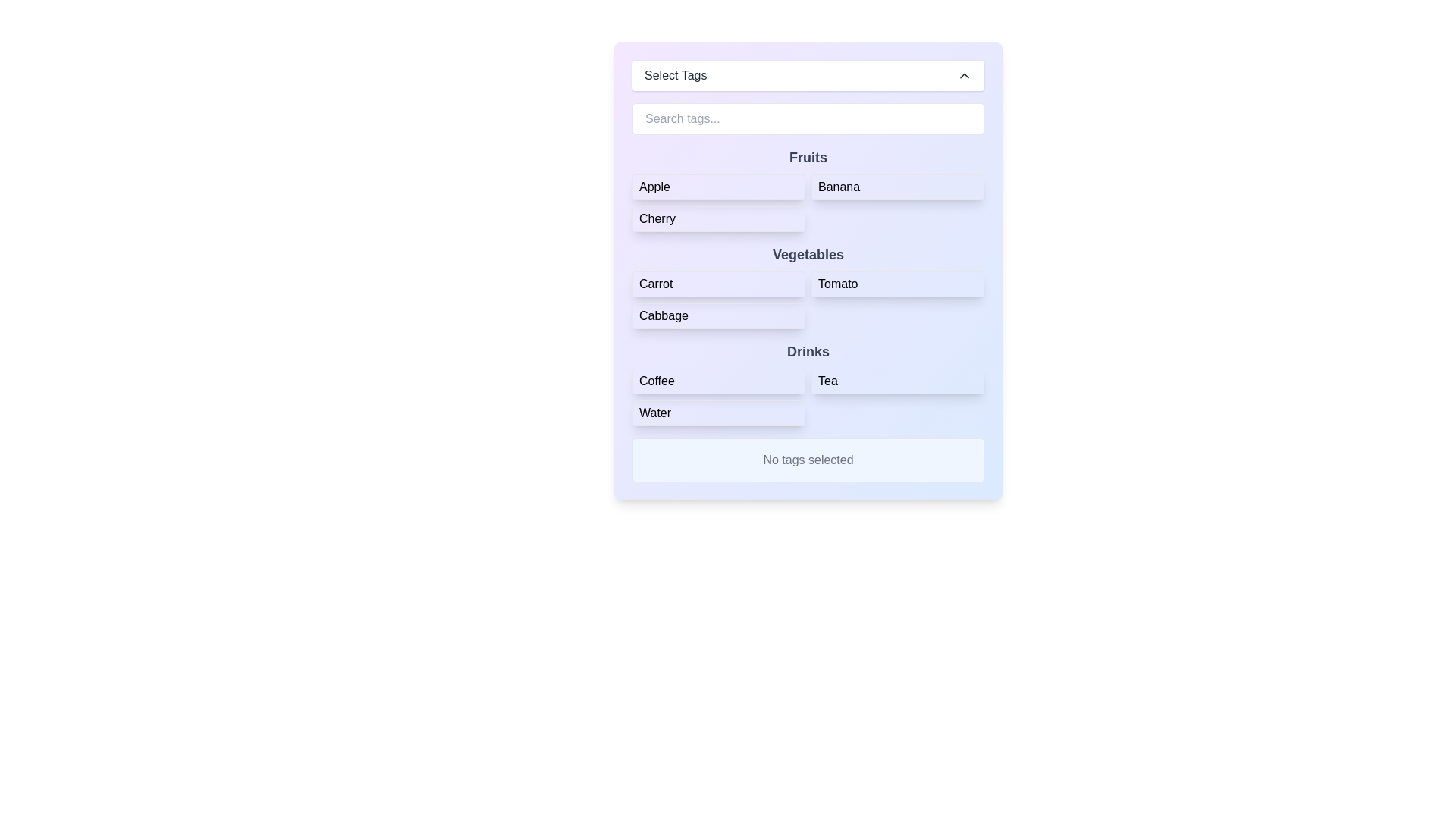 This screenshot has height=819, width=1456. What do you see at coordinates (898, 186) in the screenshot?
I see `the rectangular button labeled 'Banana' located in the 'Fruits' grid` at bounding box center [898, 186].